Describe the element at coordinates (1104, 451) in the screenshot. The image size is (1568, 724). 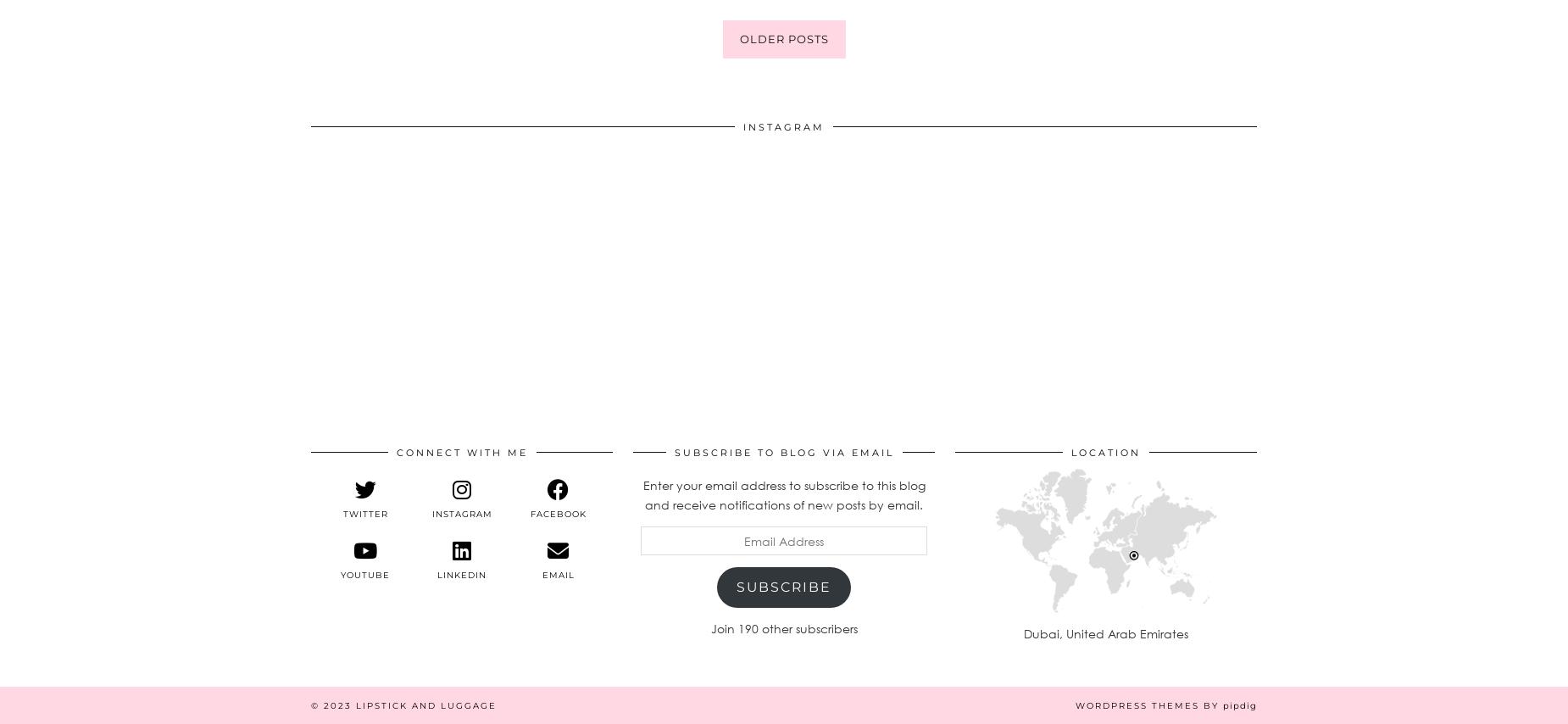
I see `'Location'` at that location.